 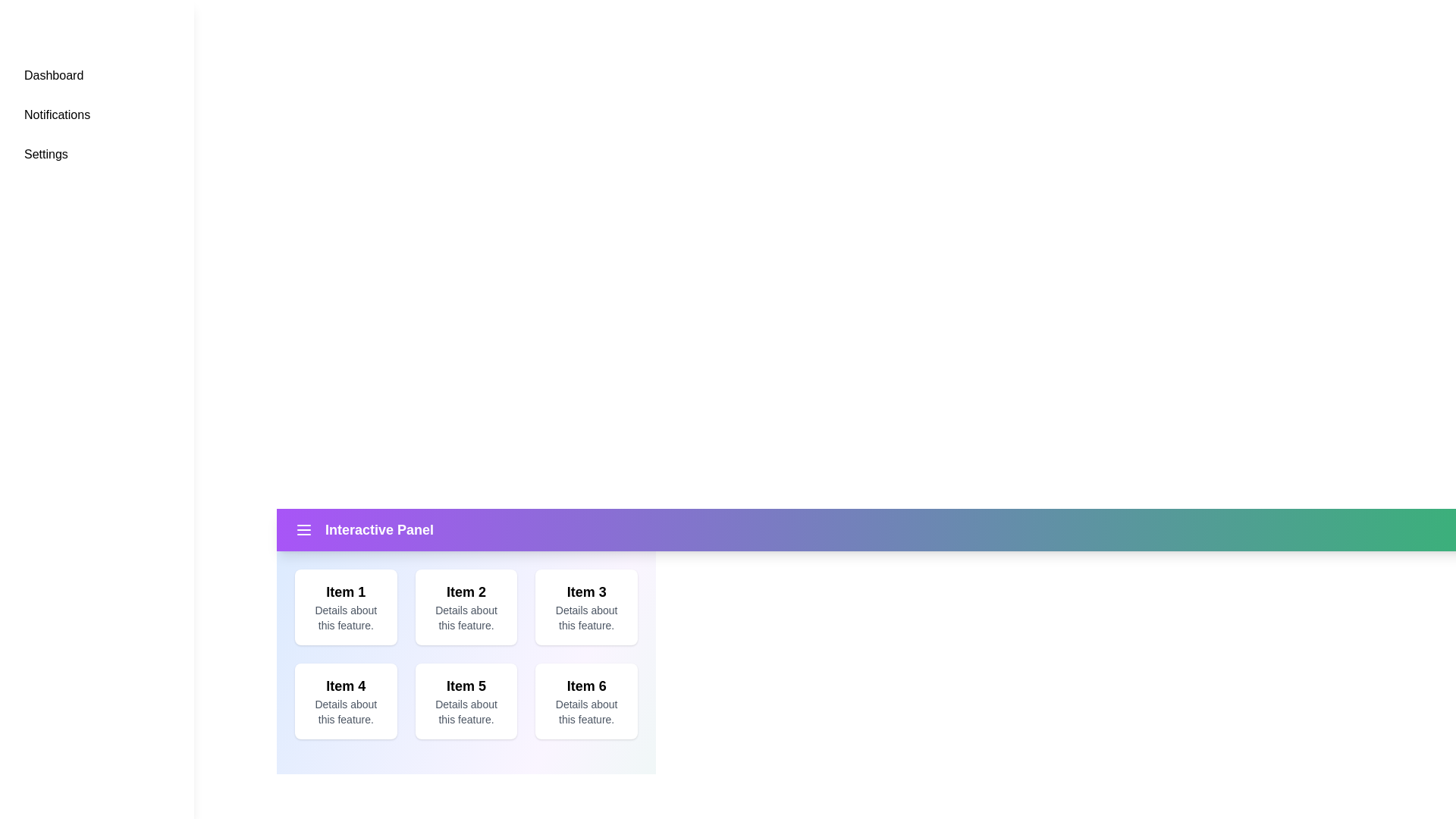 I want to click on the first static informational card in the grid, which presents information about a feature or option, located under the 'Interactive Panel' heading, so click(x=345, y=607).